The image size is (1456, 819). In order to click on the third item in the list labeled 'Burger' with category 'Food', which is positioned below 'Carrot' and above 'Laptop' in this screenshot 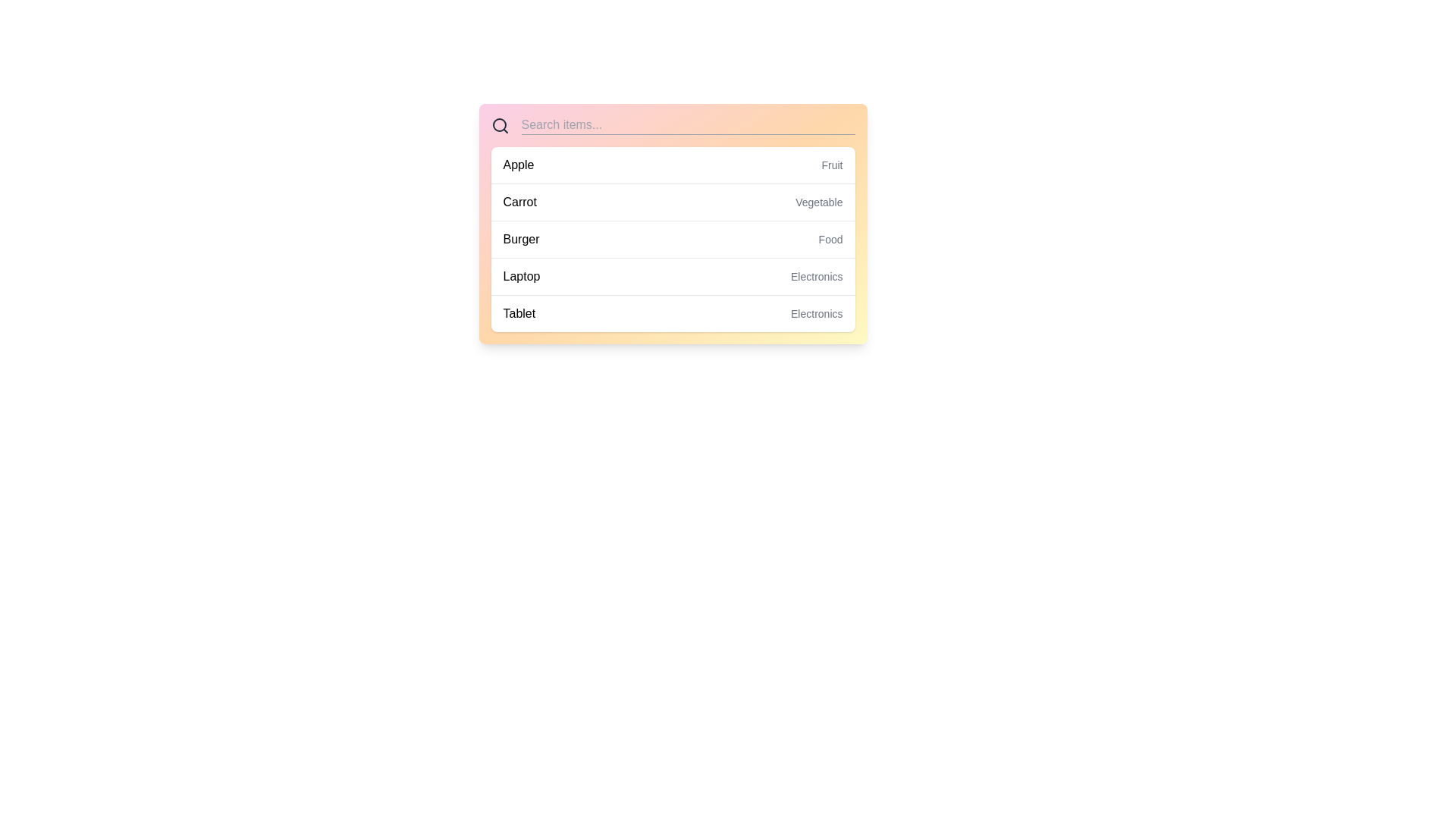, I will do `click(672, 239)`.